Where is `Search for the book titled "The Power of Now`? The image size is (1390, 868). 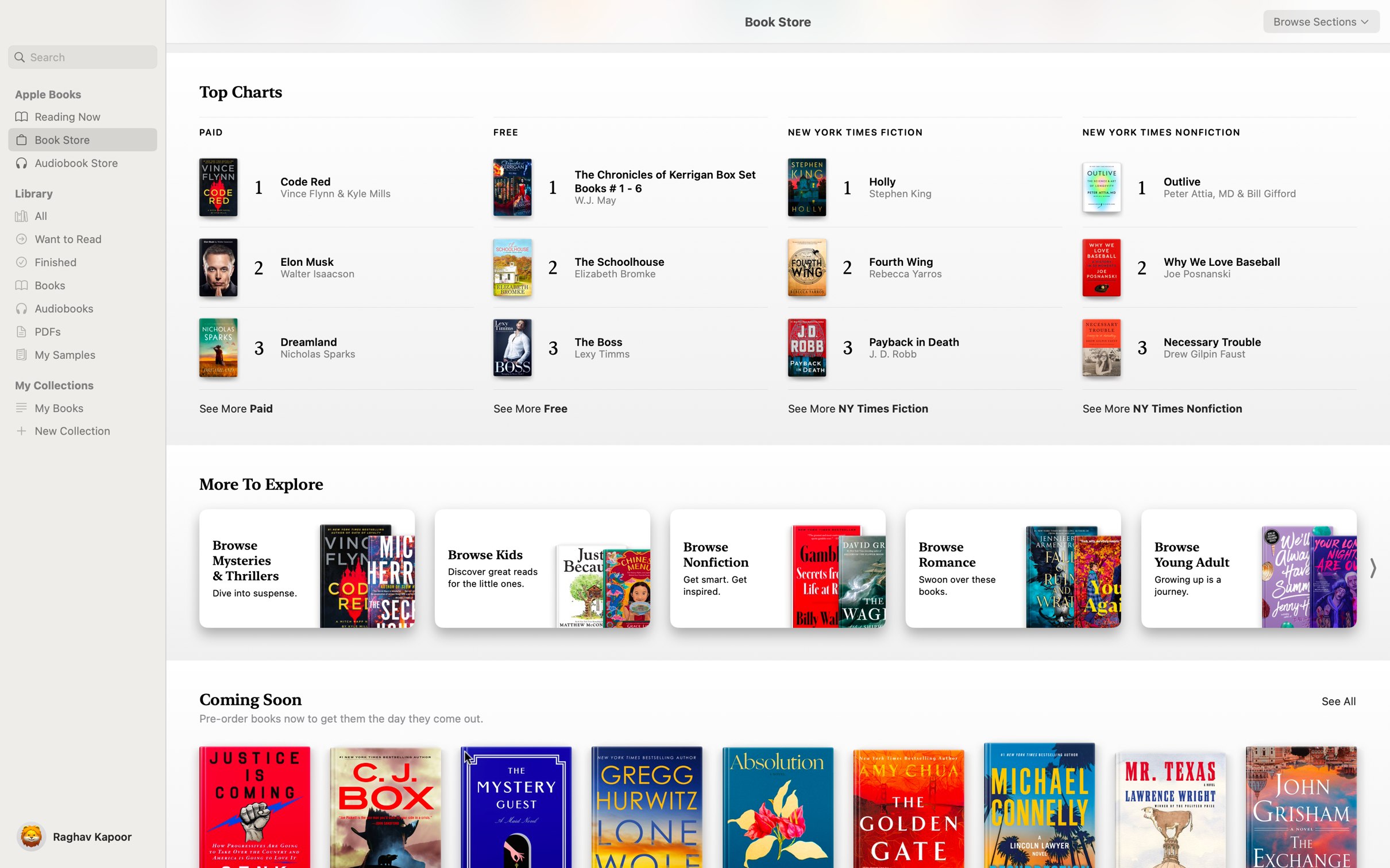
Search for the book titled "The Power of Now is located at coordinates (82, 57).